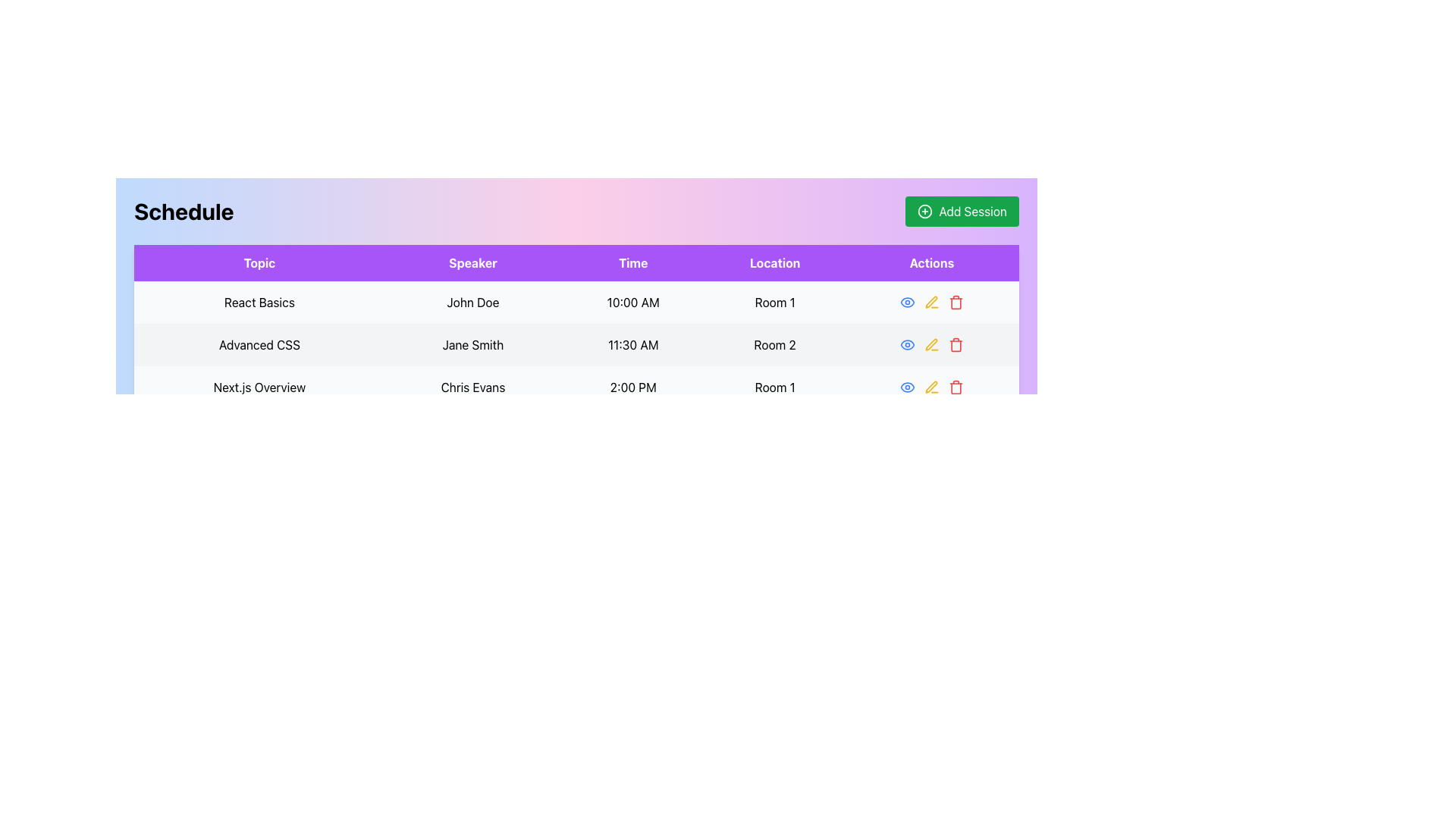  What do you see at coordinates (930, 386) in the screenshot?
I see `the delete button represented by a trash can icon located in the third column from the right in the row associated with 'Next.js Overview'` at bounding box center [930, 386].